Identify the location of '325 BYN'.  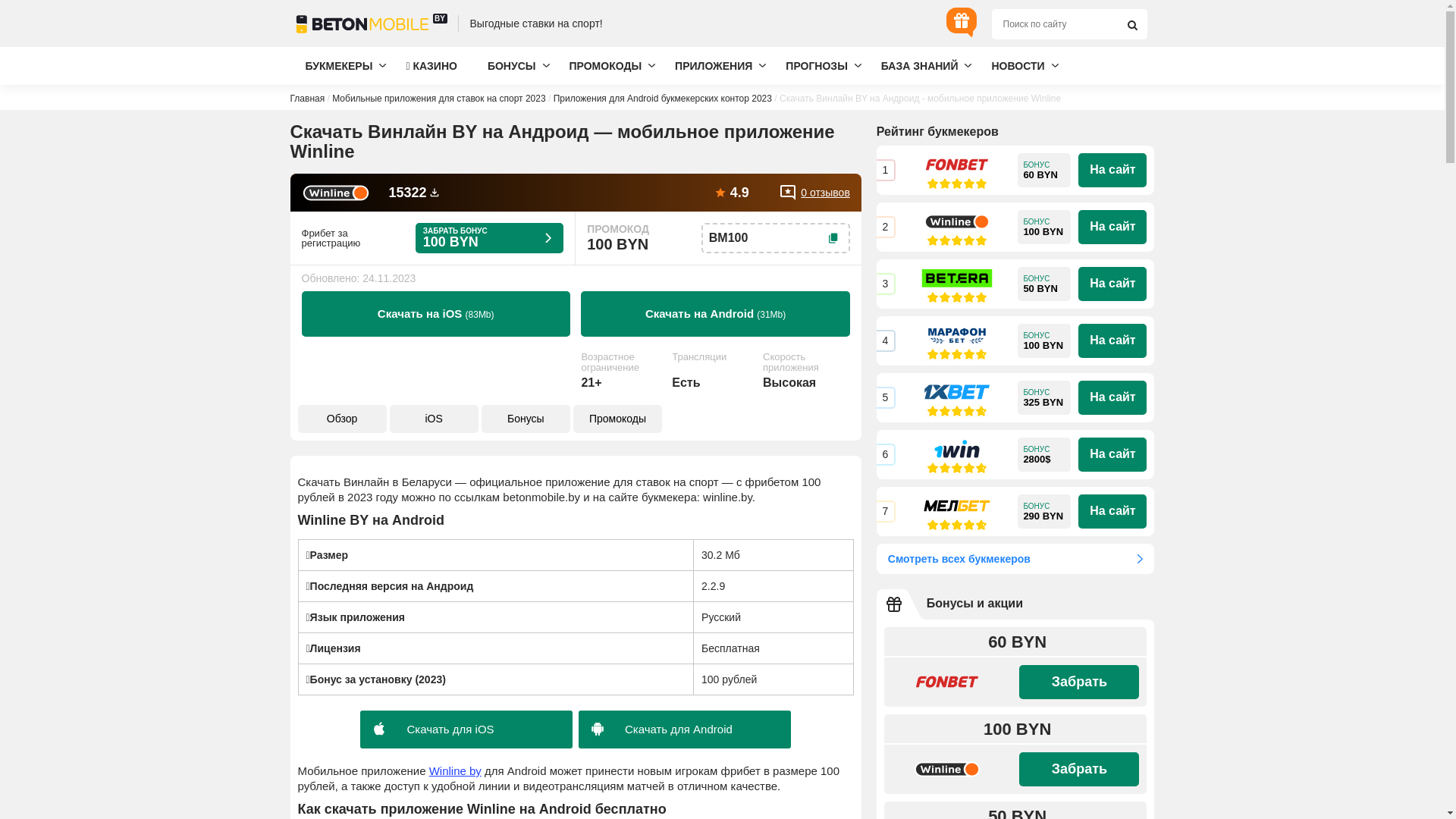
(1043, 397).